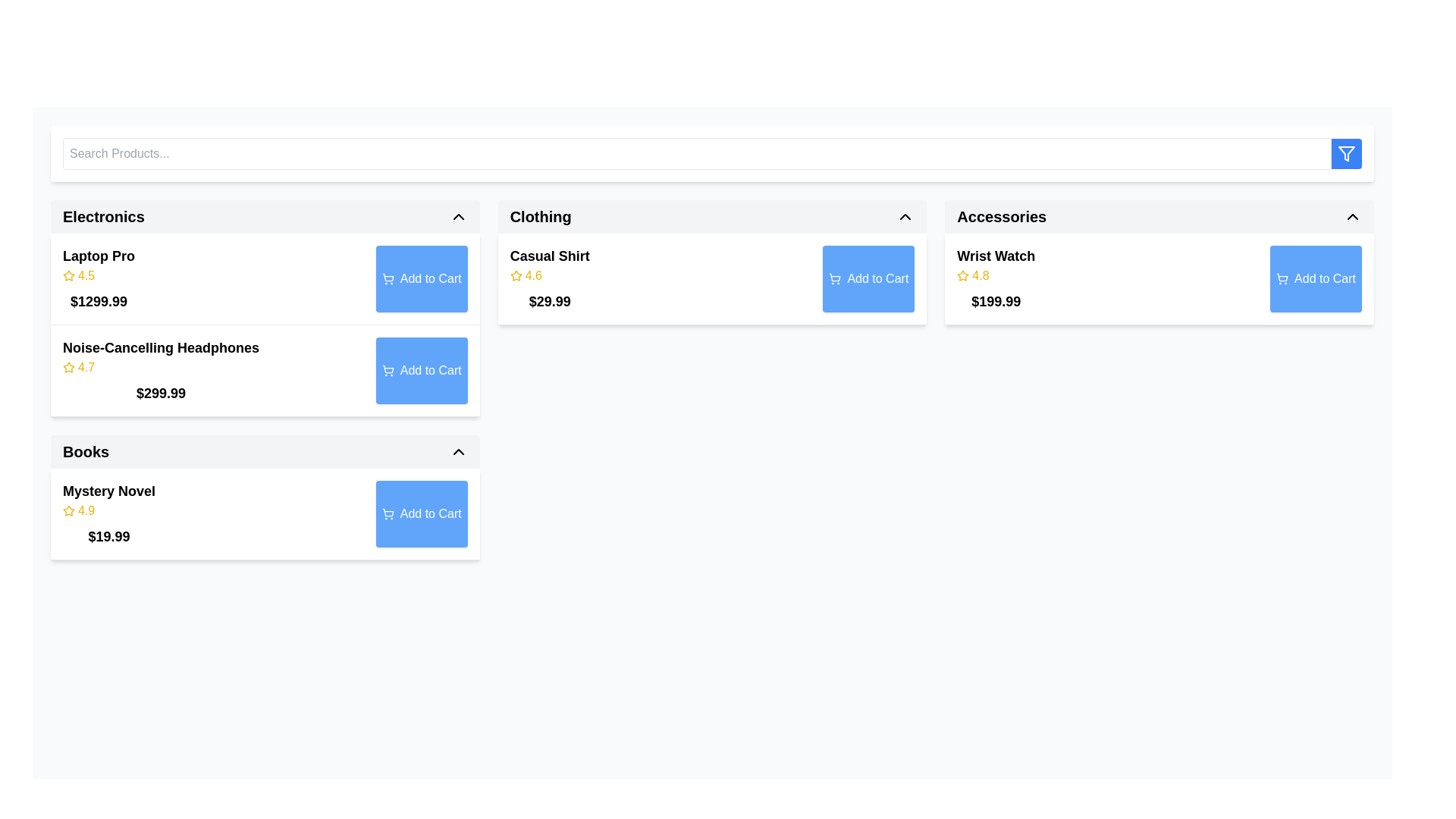 The image size is (1456, 819). I want to click on the 'Add to Cart' button with a blue background and white text located in the 'Electronics' section under the 'Noise-Cancelling Headphones' product, so click(422, 371).